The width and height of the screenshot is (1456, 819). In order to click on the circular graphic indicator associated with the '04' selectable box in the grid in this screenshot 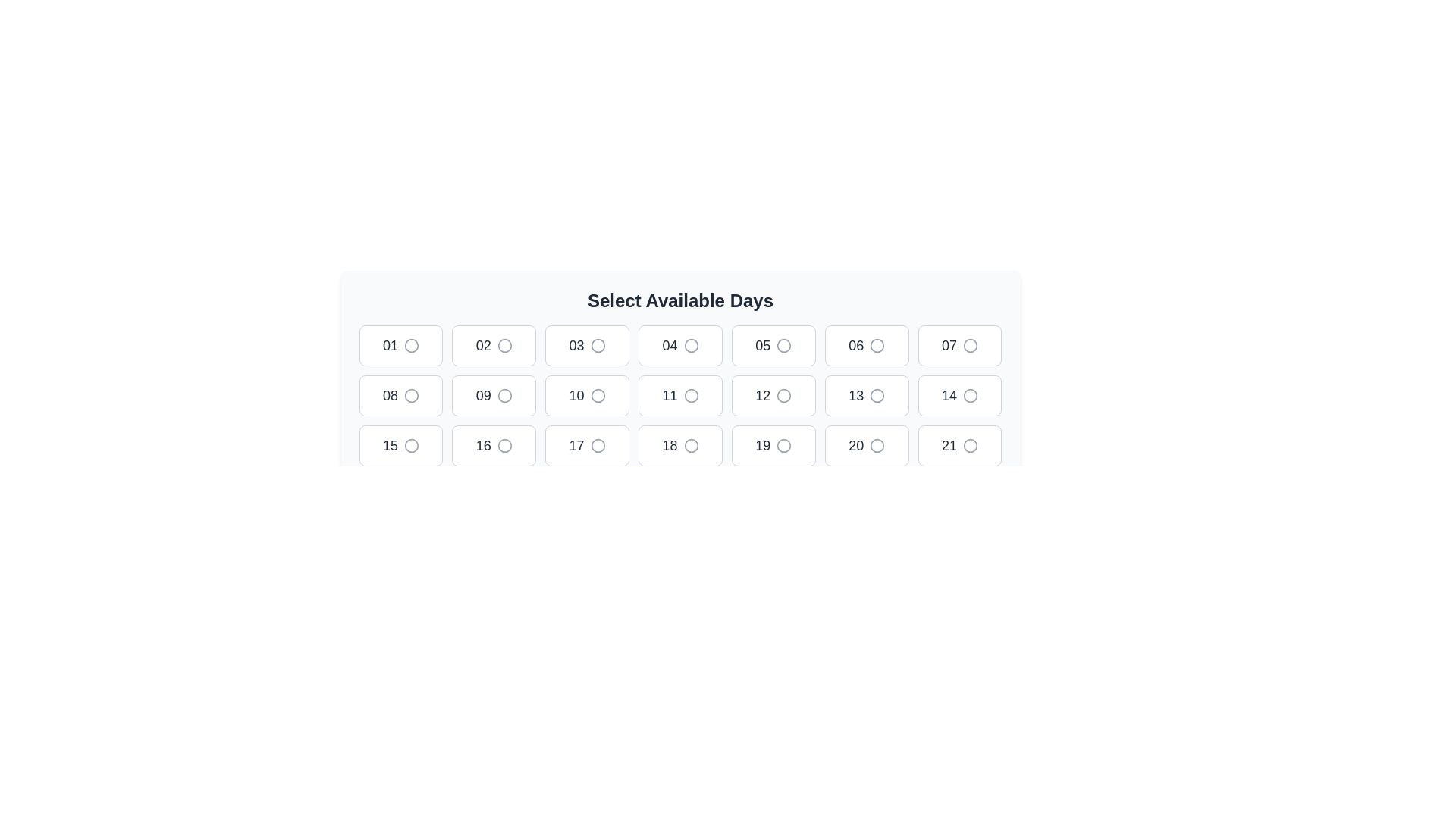, I will do `click(690, 345)`.